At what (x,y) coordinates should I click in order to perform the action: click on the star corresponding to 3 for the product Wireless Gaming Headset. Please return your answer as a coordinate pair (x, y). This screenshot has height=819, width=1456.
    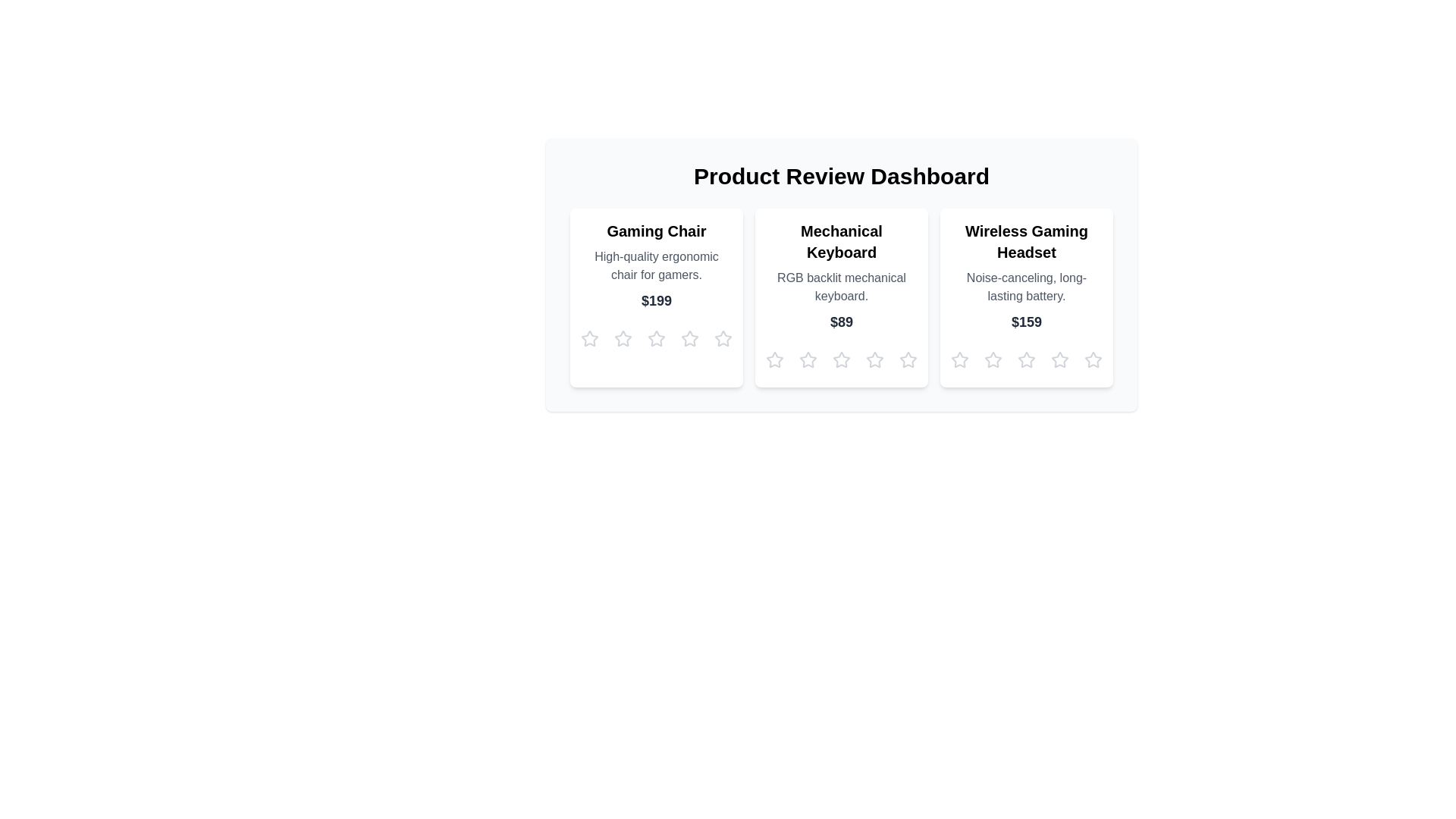
    Looking at the image, I should click on (1026, 359).